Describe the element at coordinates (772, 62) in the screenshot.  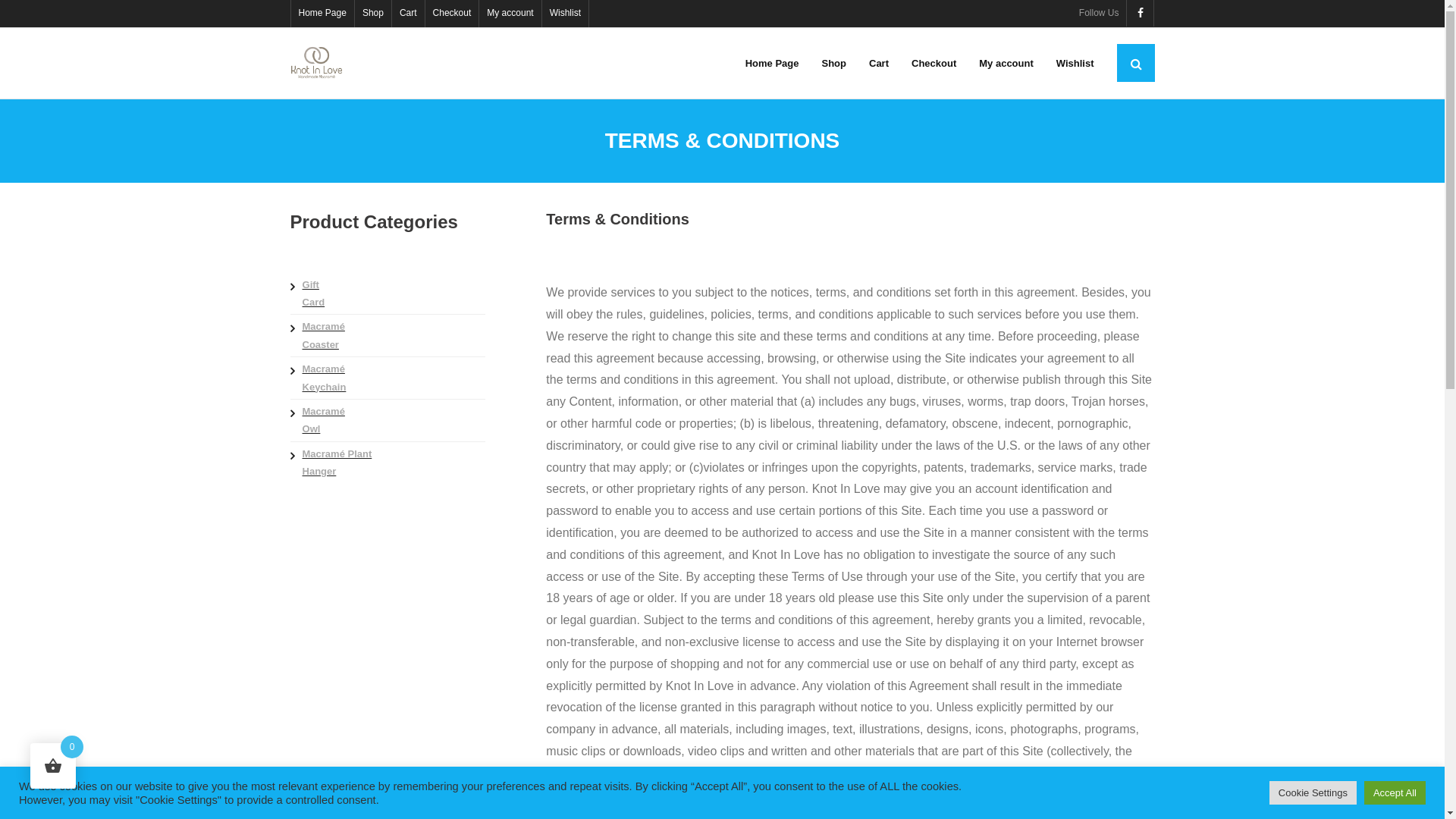
I see `'Home Page'` at that location.